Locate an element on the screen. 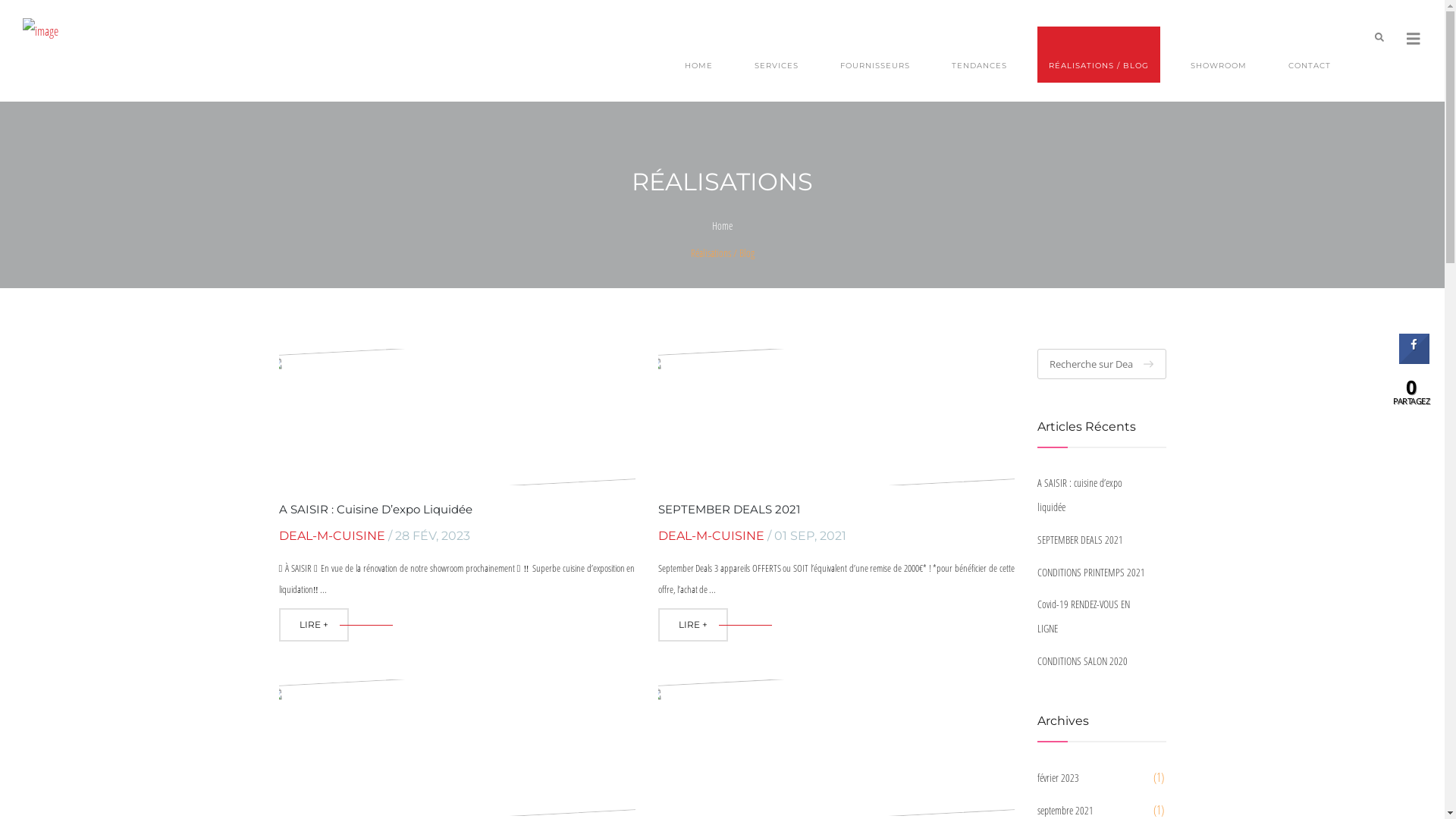 Image resolution: width=1456 pixels, height=819 pixels. 'Share on Facebook' is located at coordinates (1414, 359).